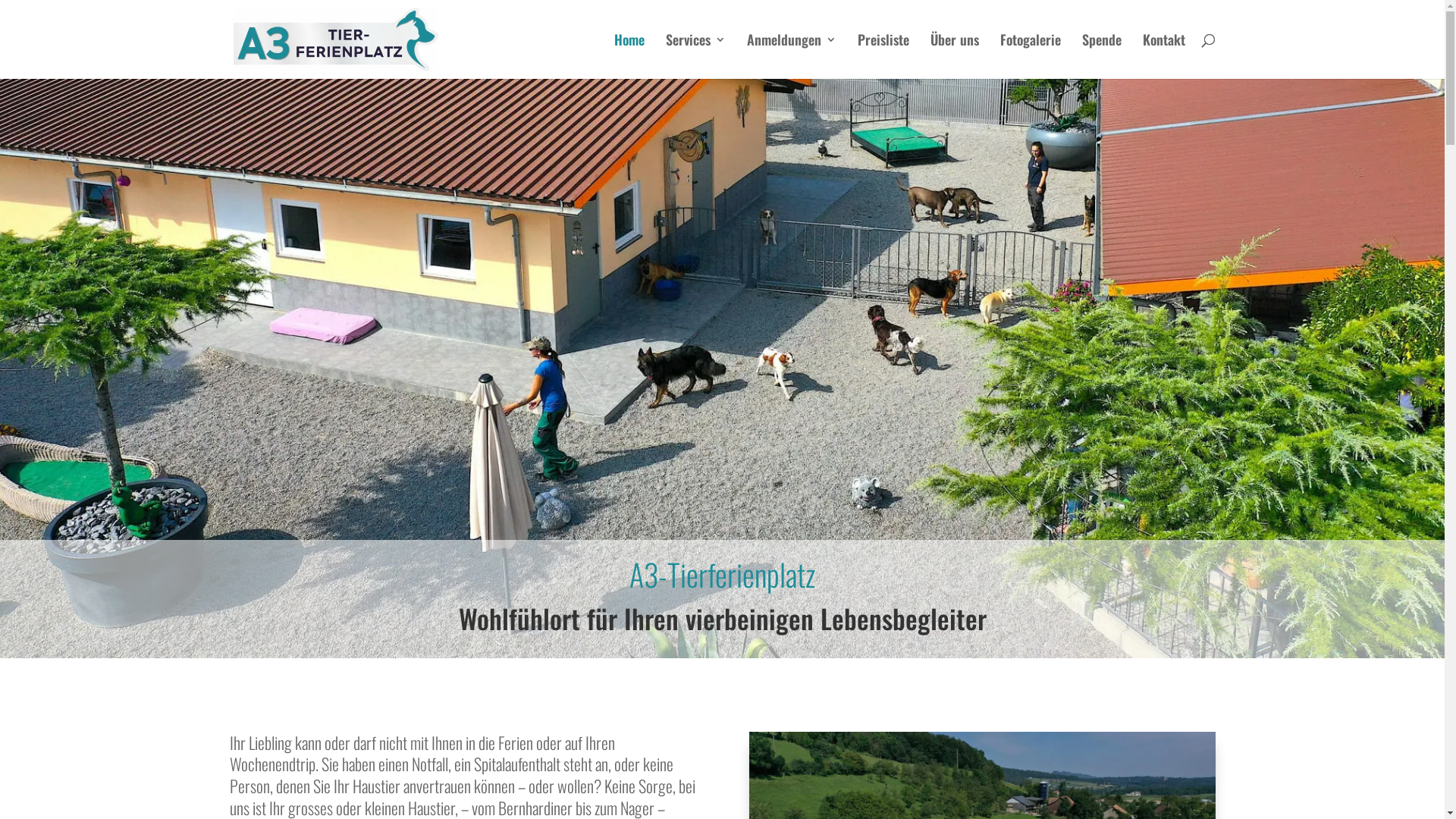  I want to click on 'Anmeldungen', so click(789, 55).